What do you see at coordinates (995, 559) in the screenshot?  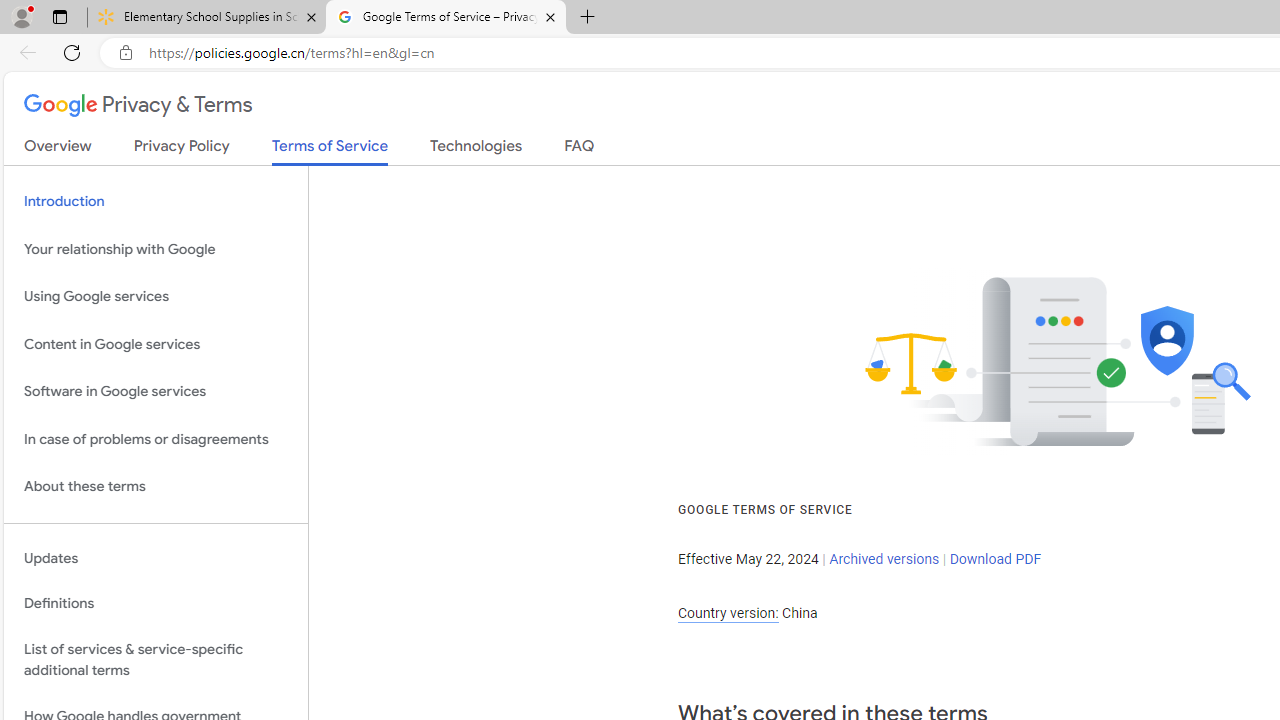 I see `'Download PDF'` at bounding box center [995, 559].